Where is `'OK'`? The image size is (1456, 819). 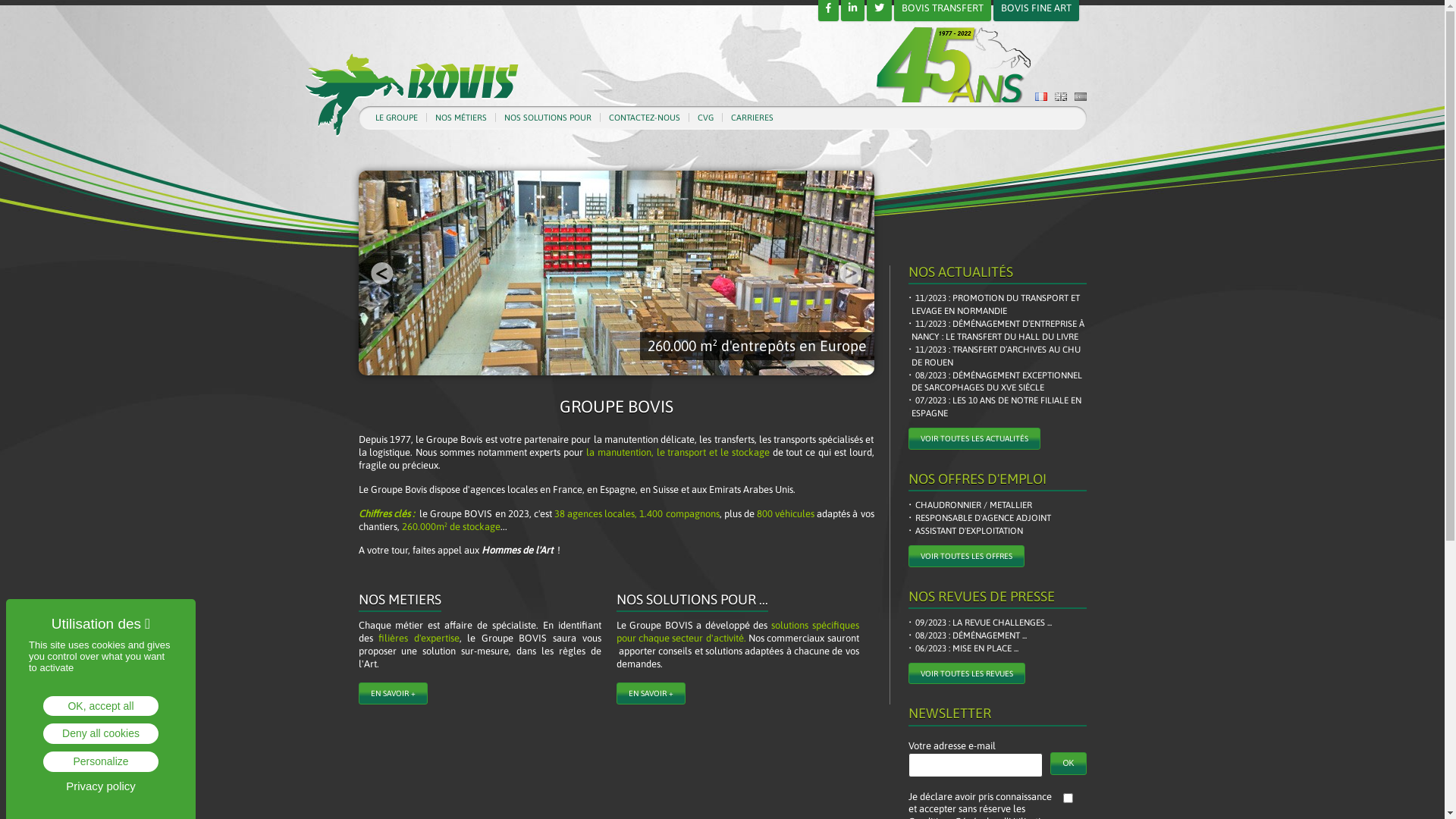
'OK' is located at coordinates (1067, 763).